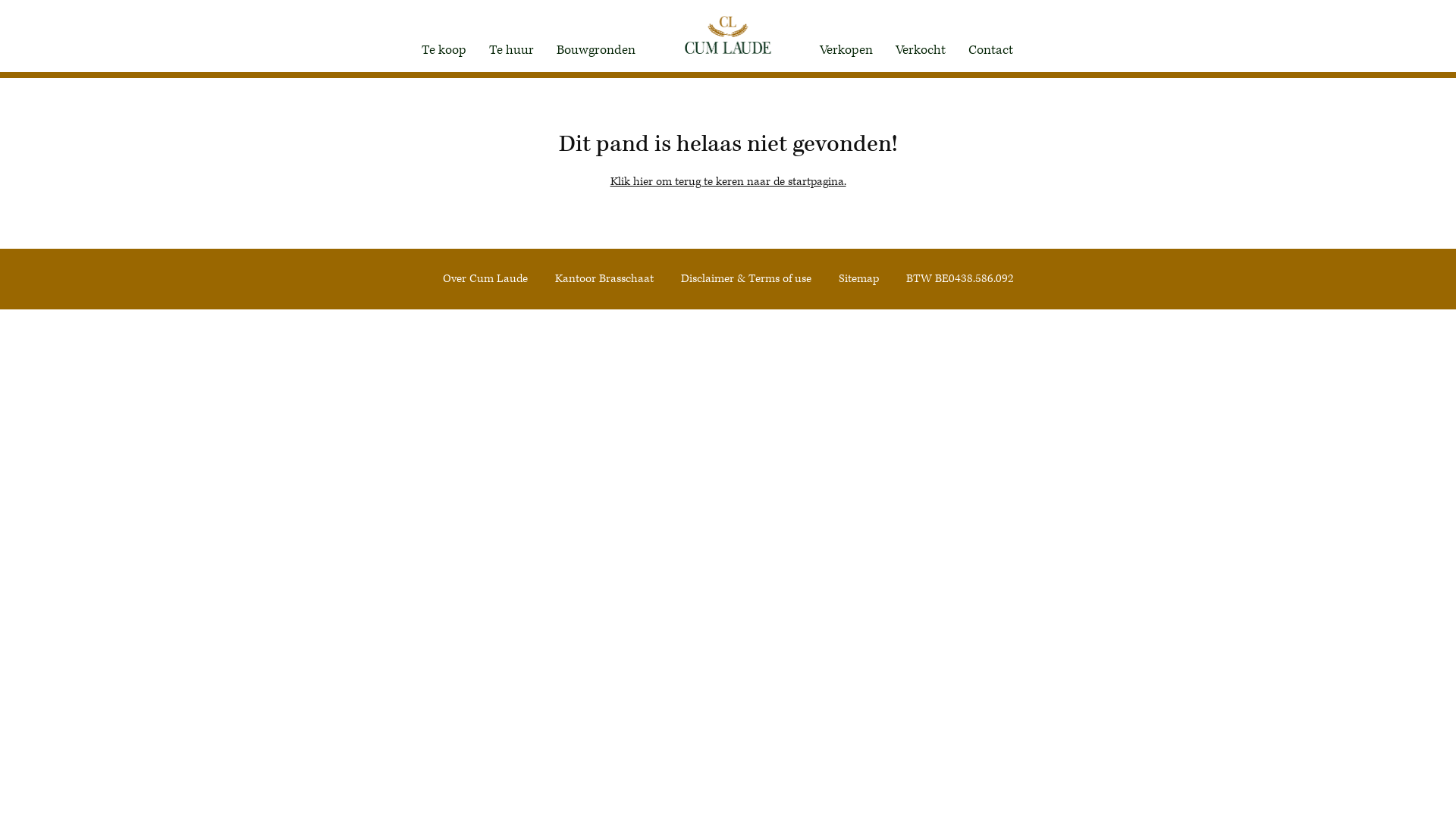  I want to click on 'Te koop', so click(442, 49).